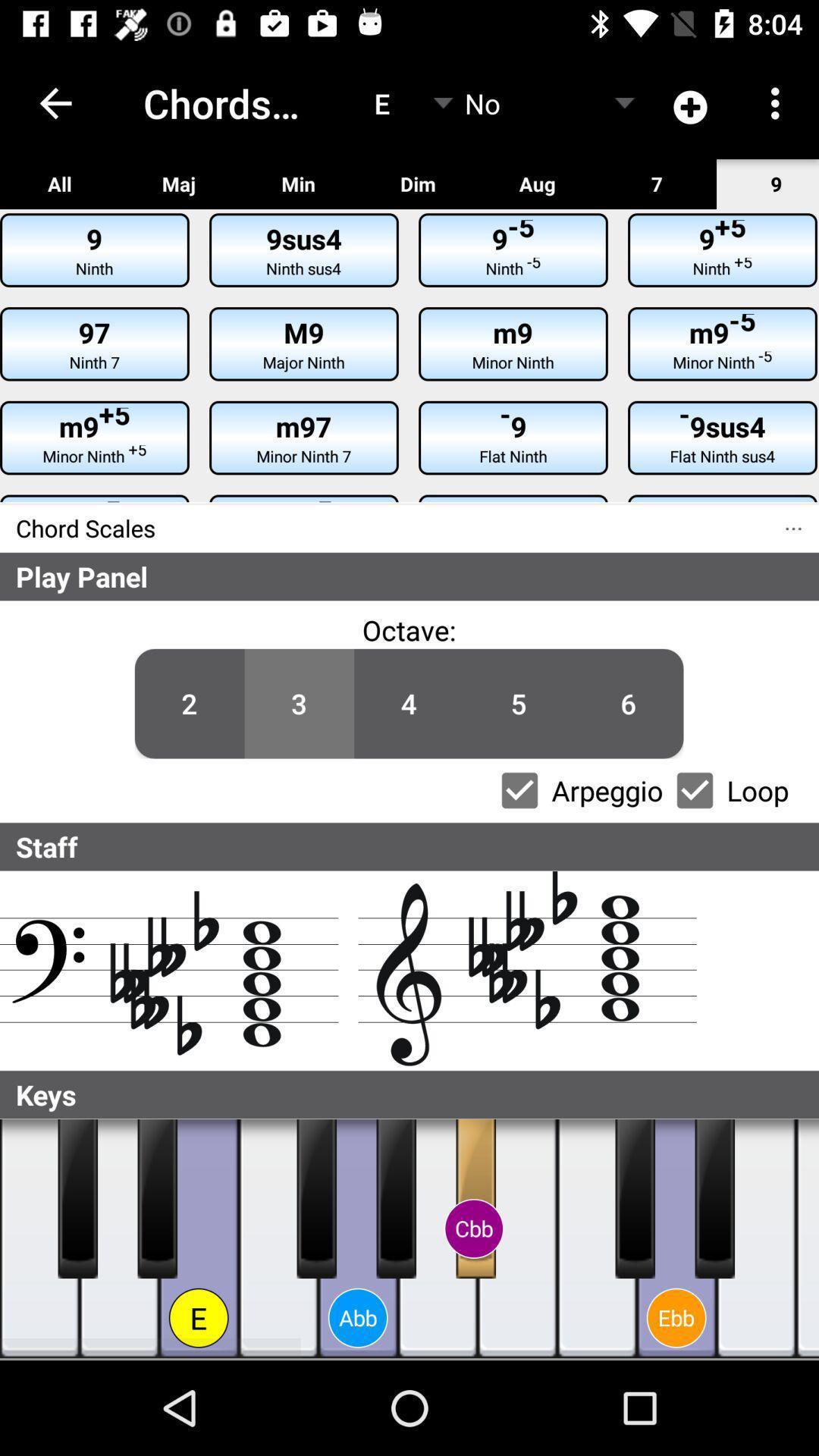 The width and height of the screenshot is (819, 1456). I want to click on the 4 icon, so click(408, 703).